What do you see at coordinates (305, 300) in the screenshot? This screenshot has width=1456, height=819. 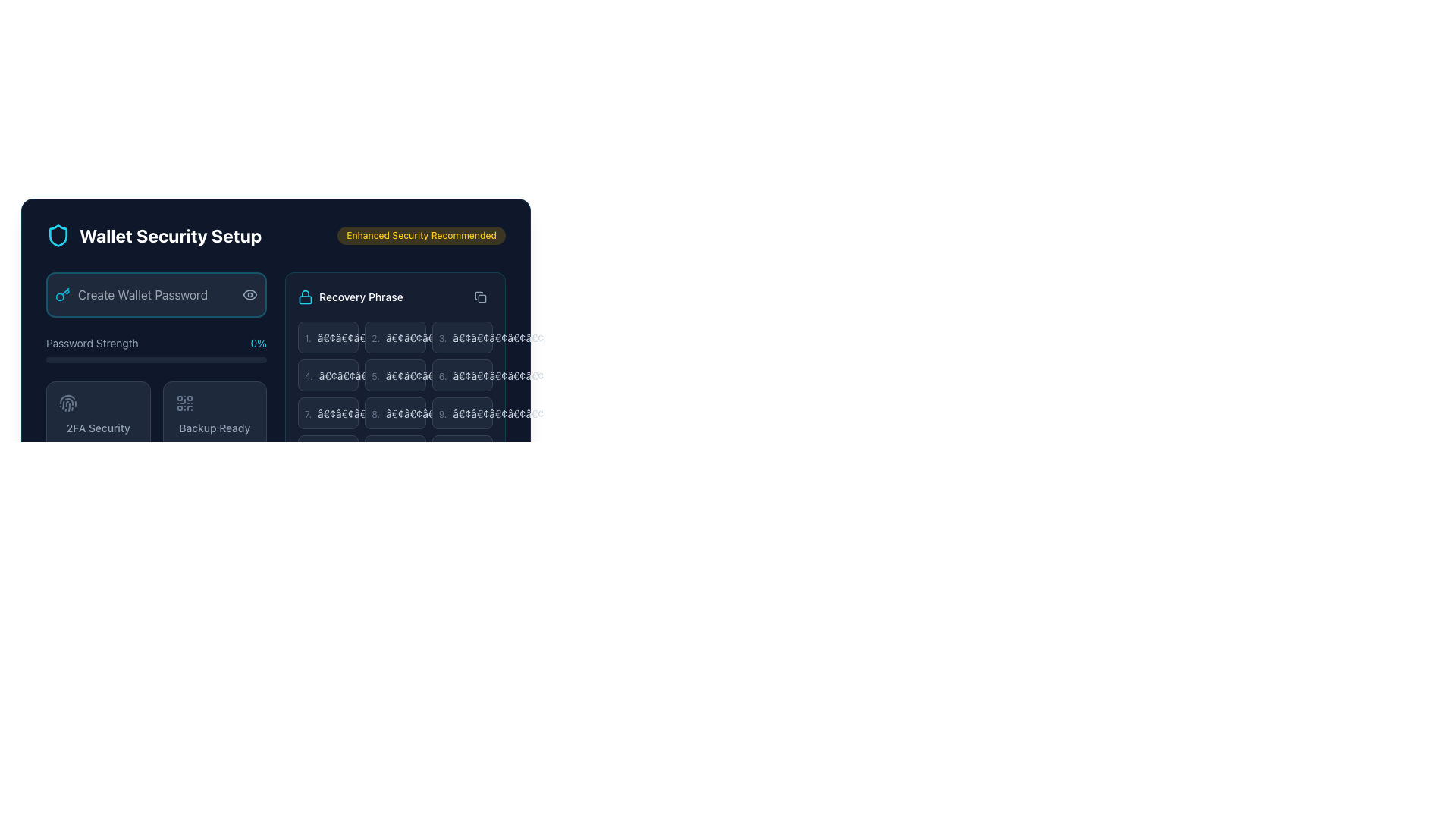 I see `the visual representation of the lock icon body component, which is located below the arc structure of the lock icon` at bounding box center [305, 300].